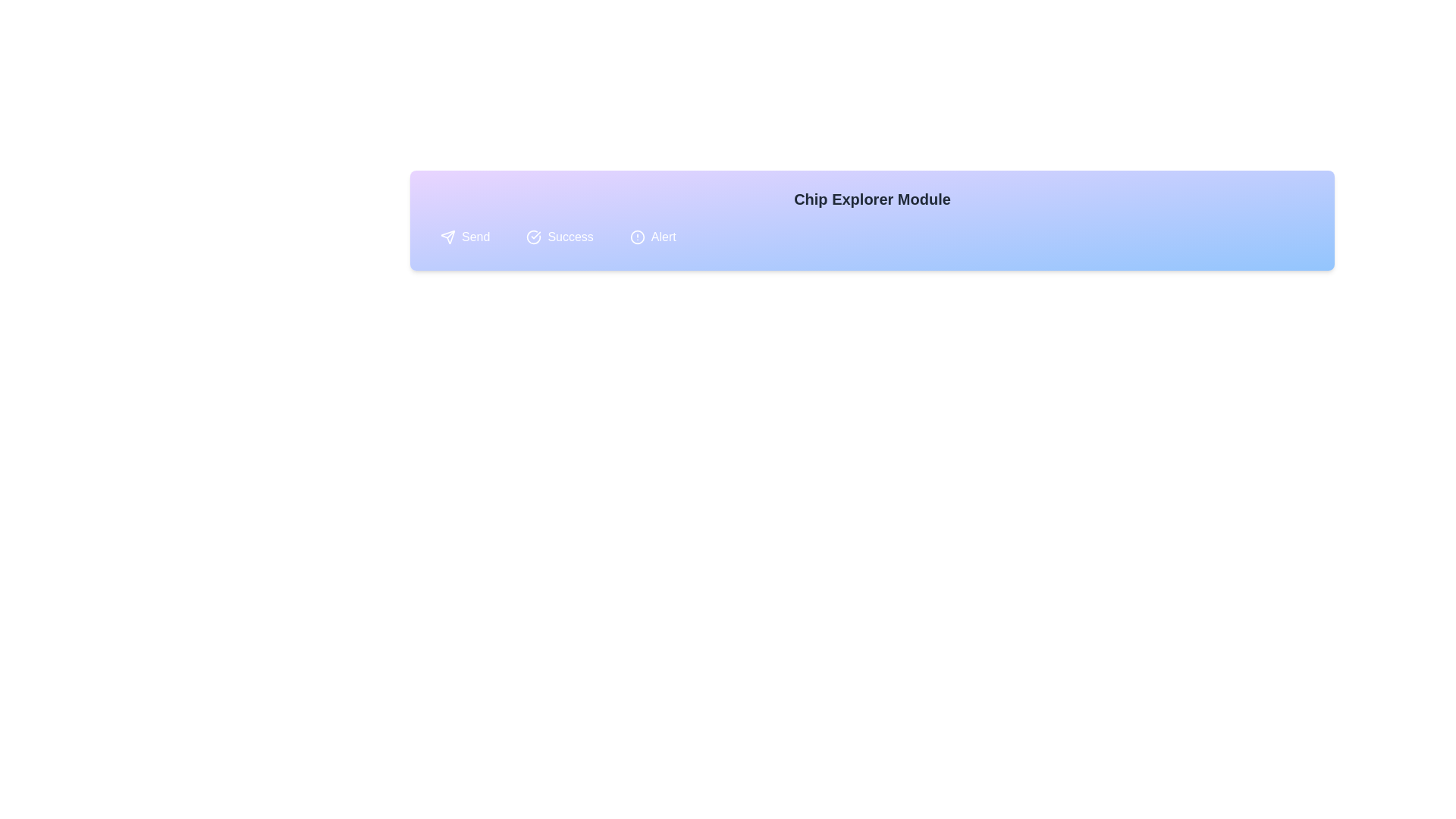 The height and width of the screenshot is (819, 1456). I want to click on the chip labeled Success, so click(559, 237).